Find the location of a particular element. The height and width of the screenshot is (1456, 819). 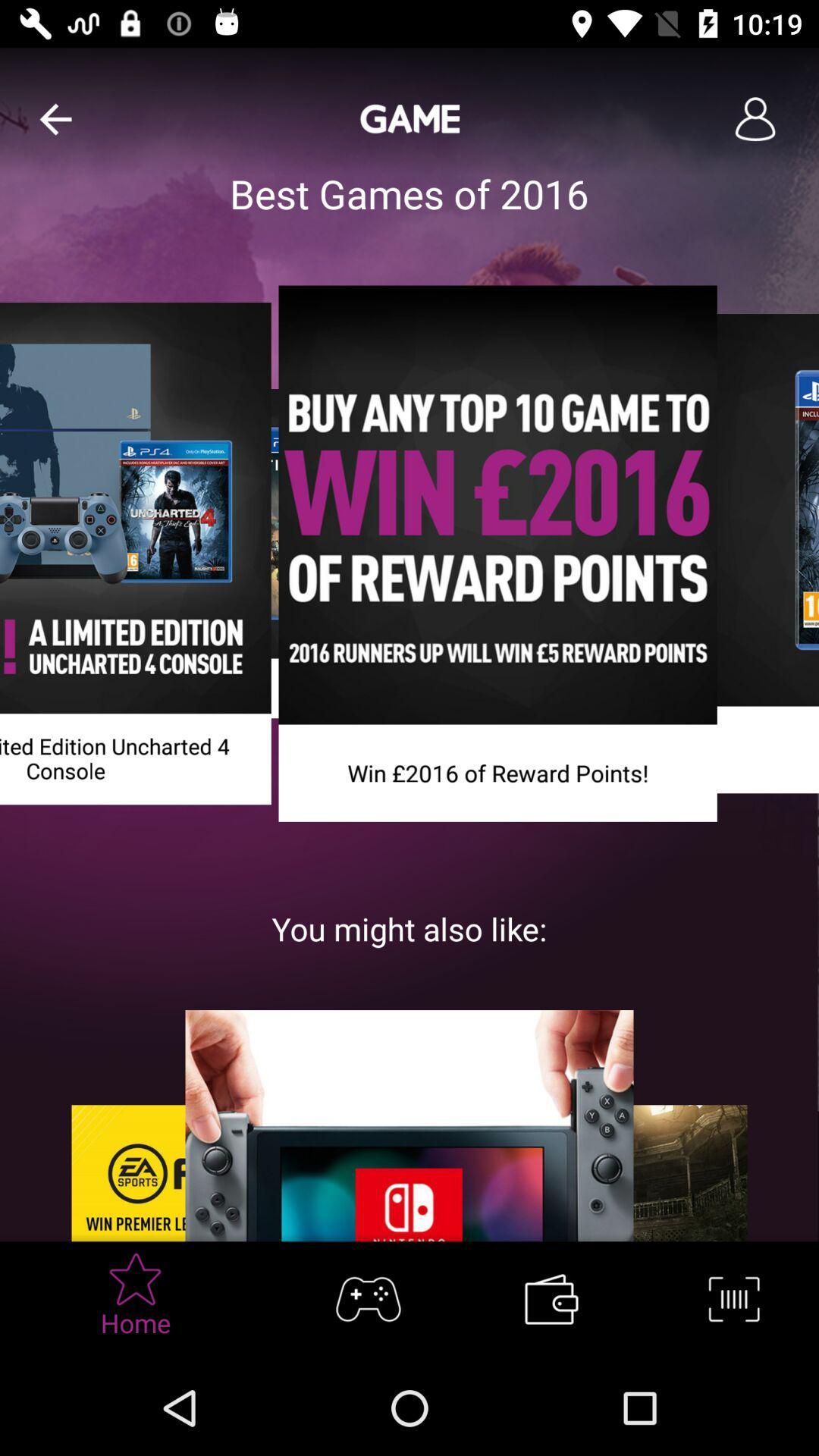

bar code icon is located at coordinates (730, 1300).